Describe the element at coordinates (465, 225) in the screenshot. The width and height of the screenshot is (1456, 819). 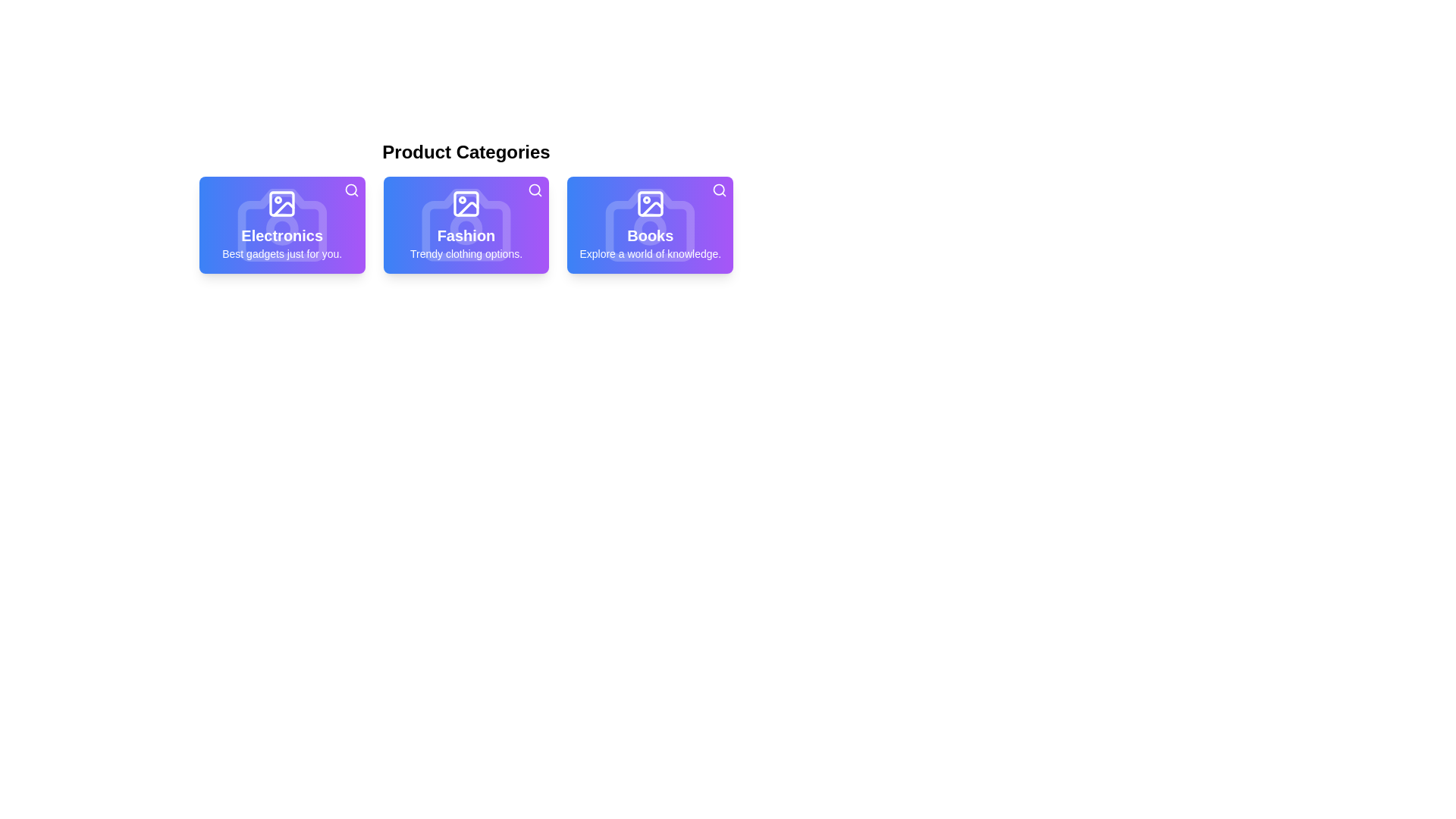
I see `the Text block describing 'Fashion' products with the supplementary description of 'Trendy clothing options', located in the second card from the left in the row below the title 'Product Categories'` at that location.